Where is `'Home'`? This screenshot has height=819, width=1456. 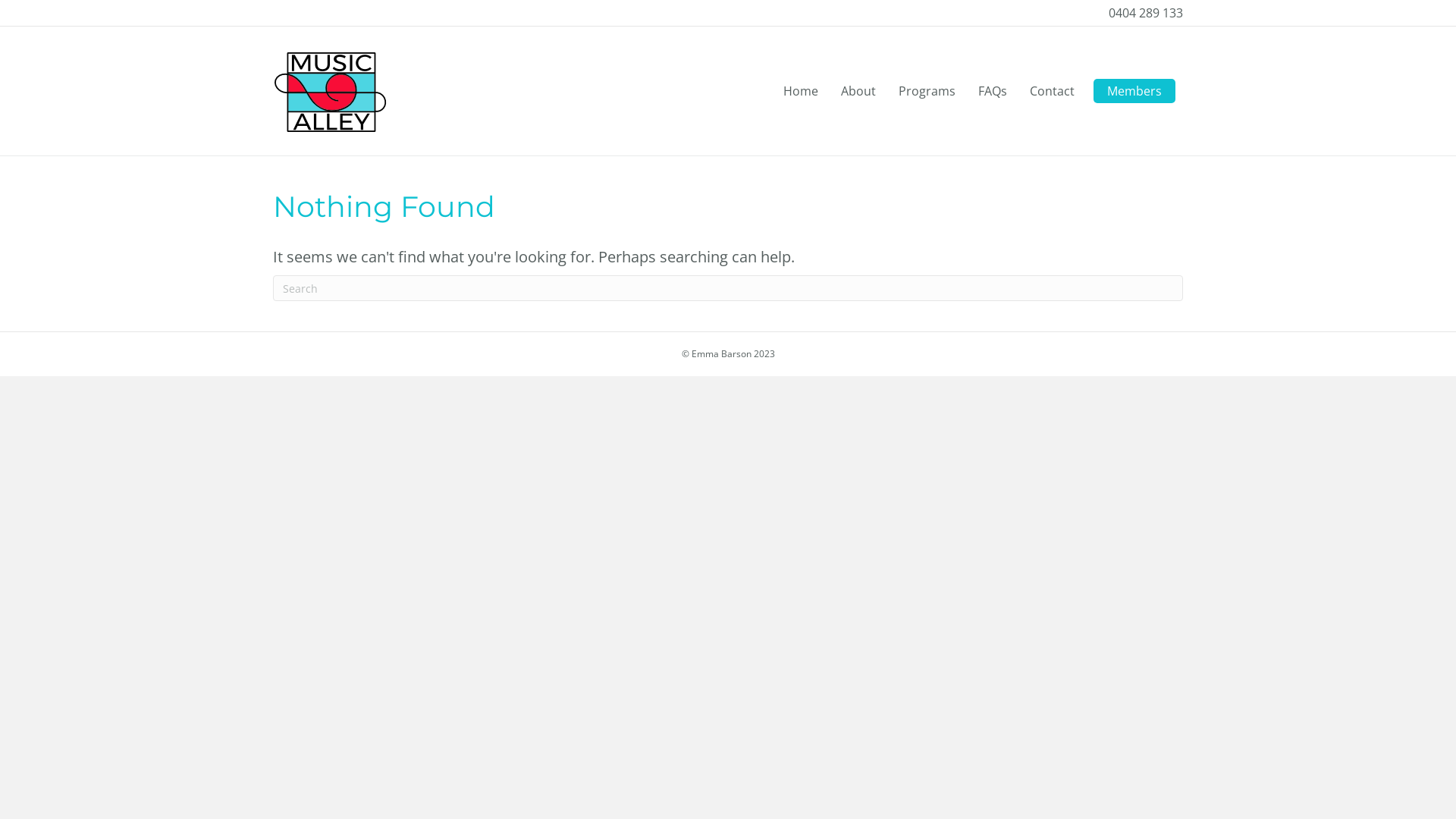
'Home' is located at coordinates (800, 90).